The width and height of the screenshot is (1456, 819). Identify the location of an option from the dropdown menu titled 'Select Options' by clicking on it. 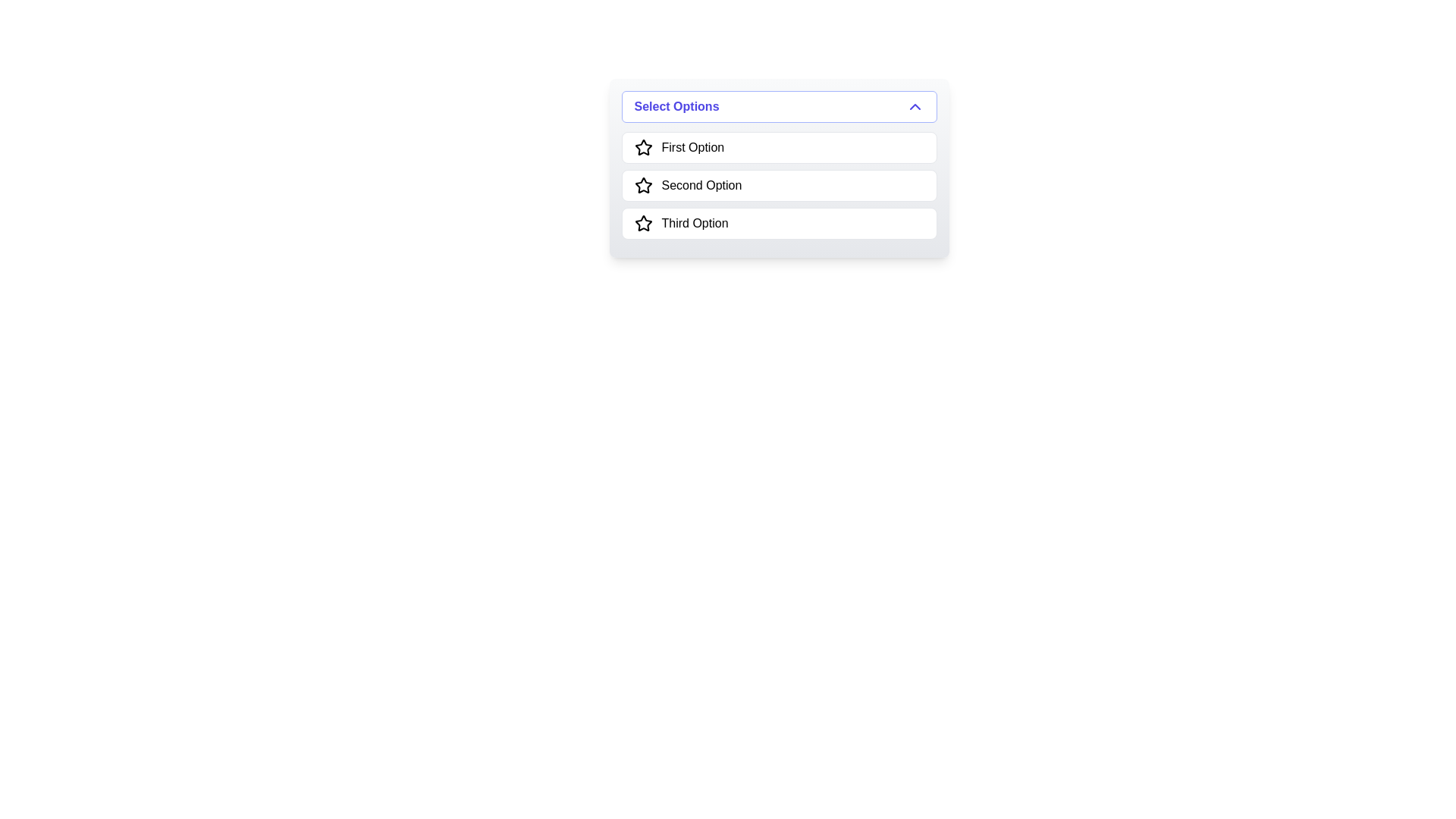
(779, 168).